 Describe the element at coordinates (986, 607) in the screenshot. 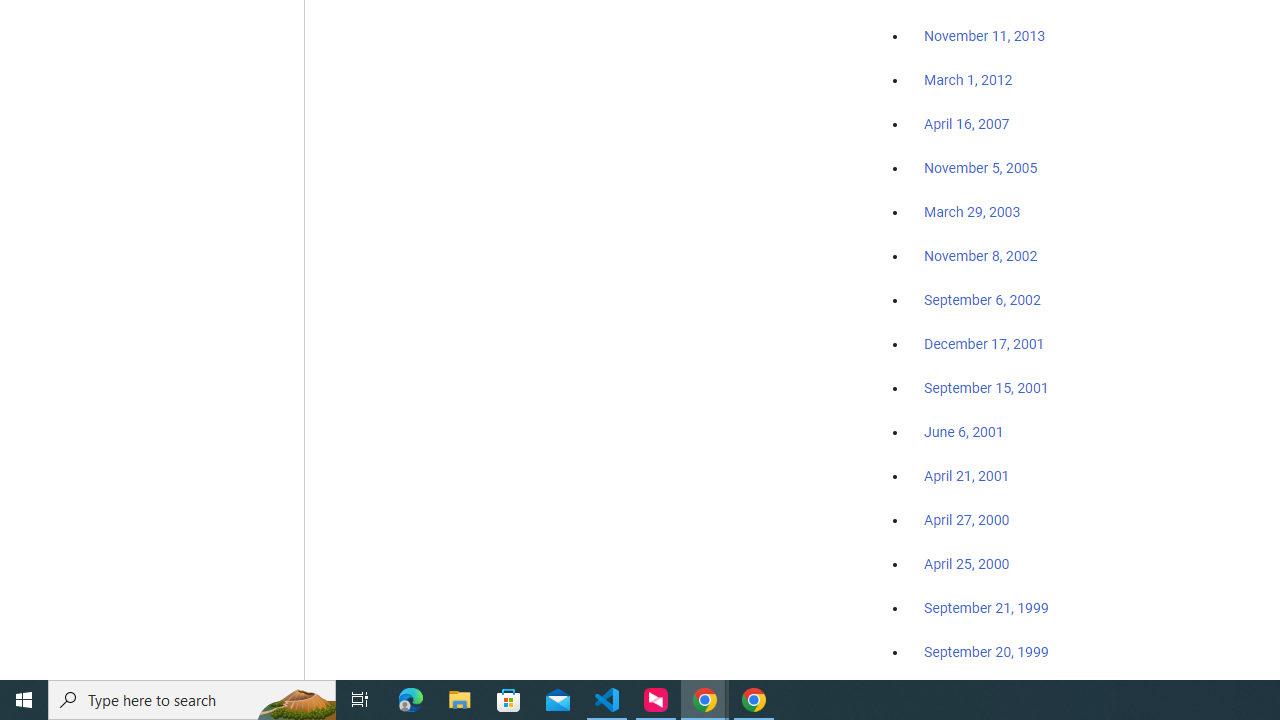

I see `'September 21, 1999'` at that location.